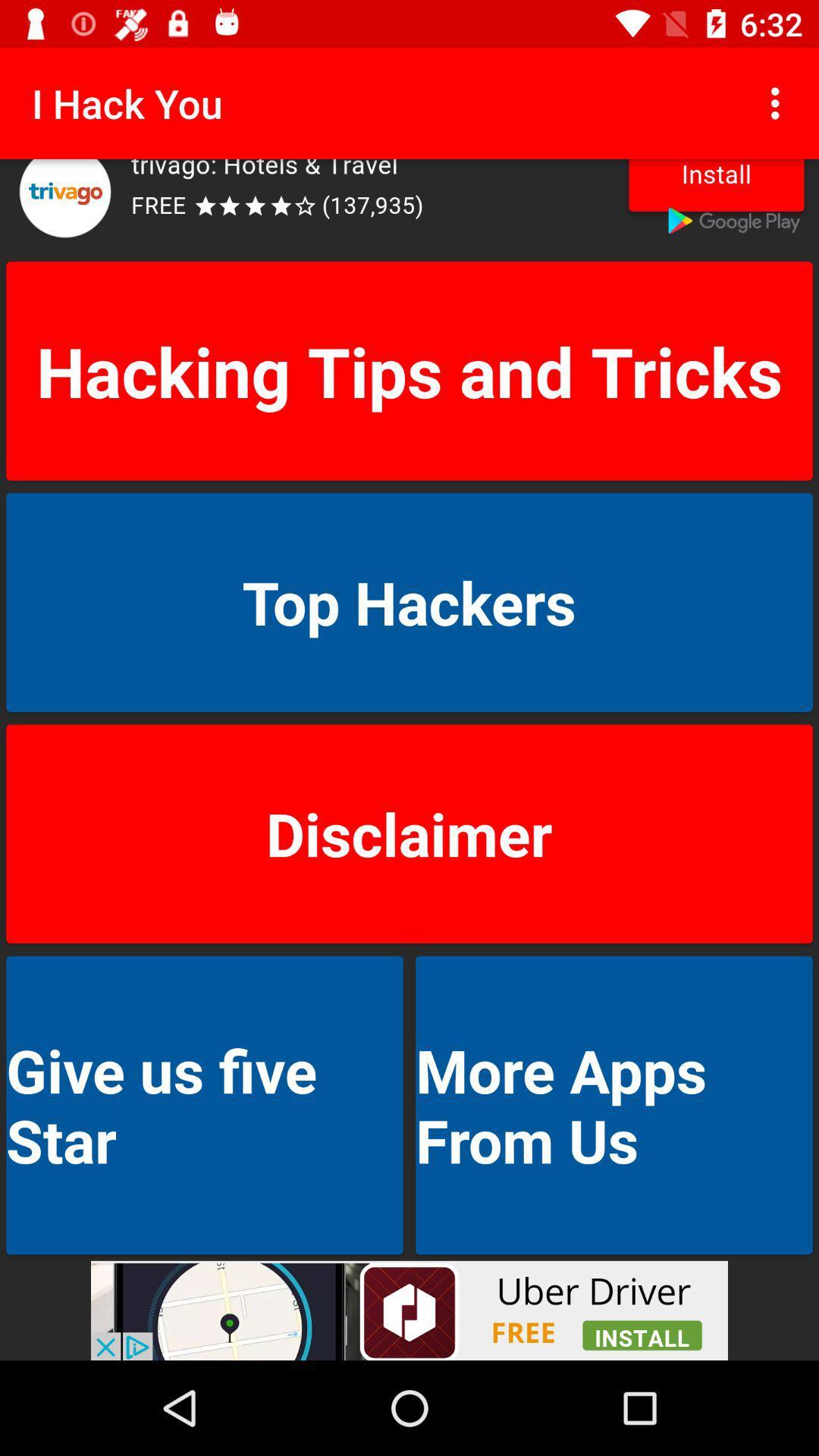 This screenshot has width=819, height=1456. What do you see at coordinates (409, 206) in the screenshot?
I see `click advertisement` at bounding box center [409, 206].